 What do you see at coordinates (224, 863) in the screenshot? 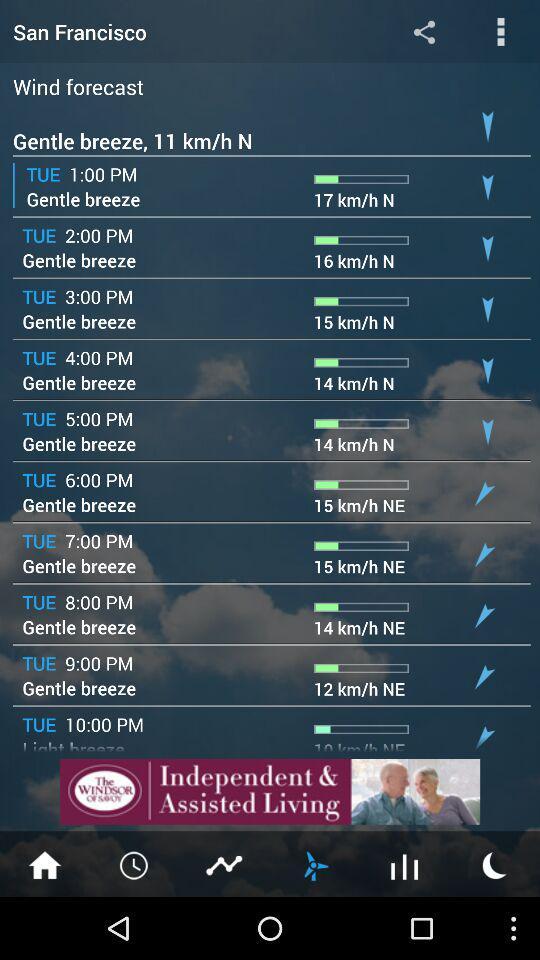
I see `compare weather` at bounding box center [224, 863].